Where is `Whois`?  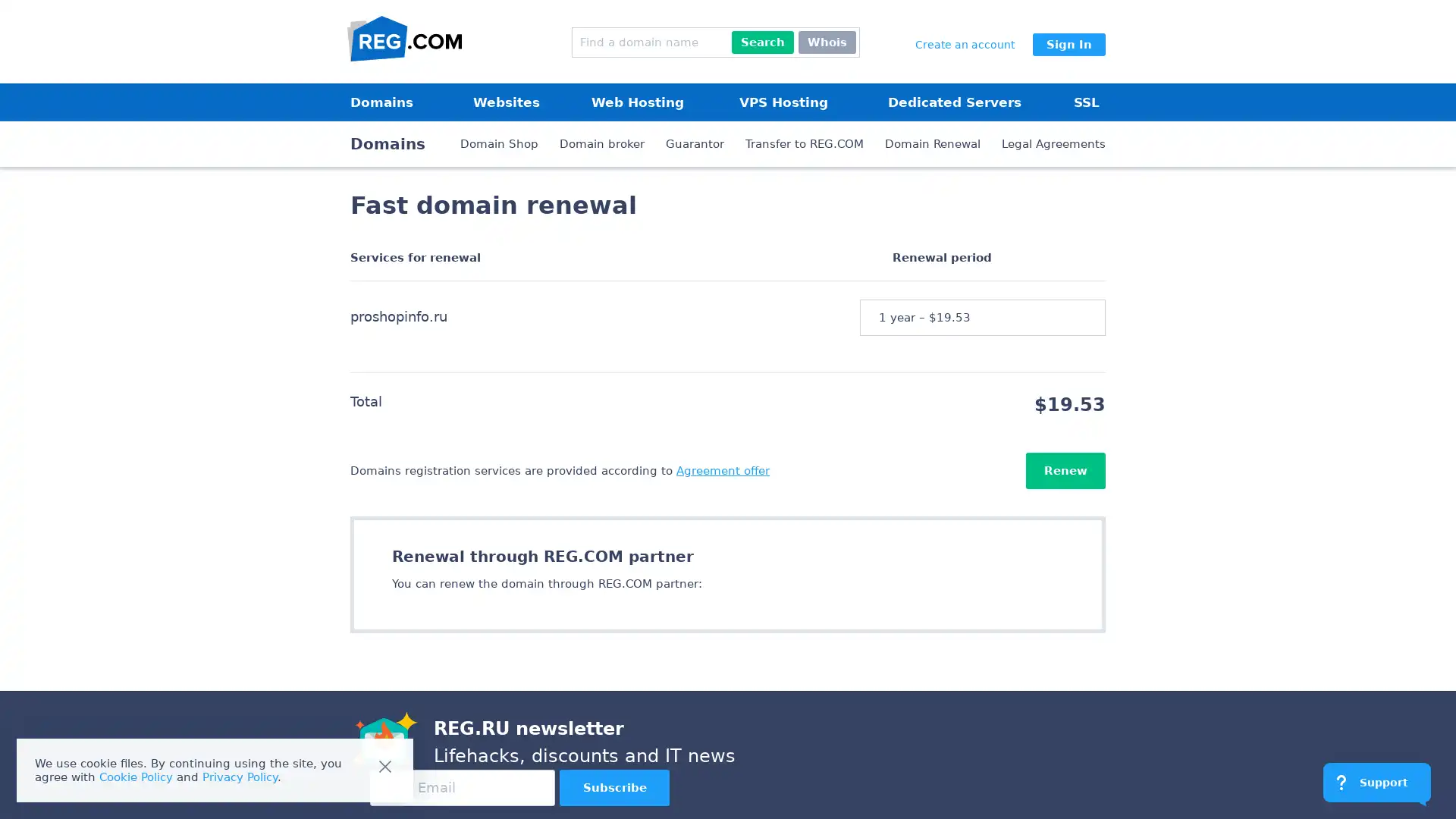
Whois is located at coordinates (826, 42).